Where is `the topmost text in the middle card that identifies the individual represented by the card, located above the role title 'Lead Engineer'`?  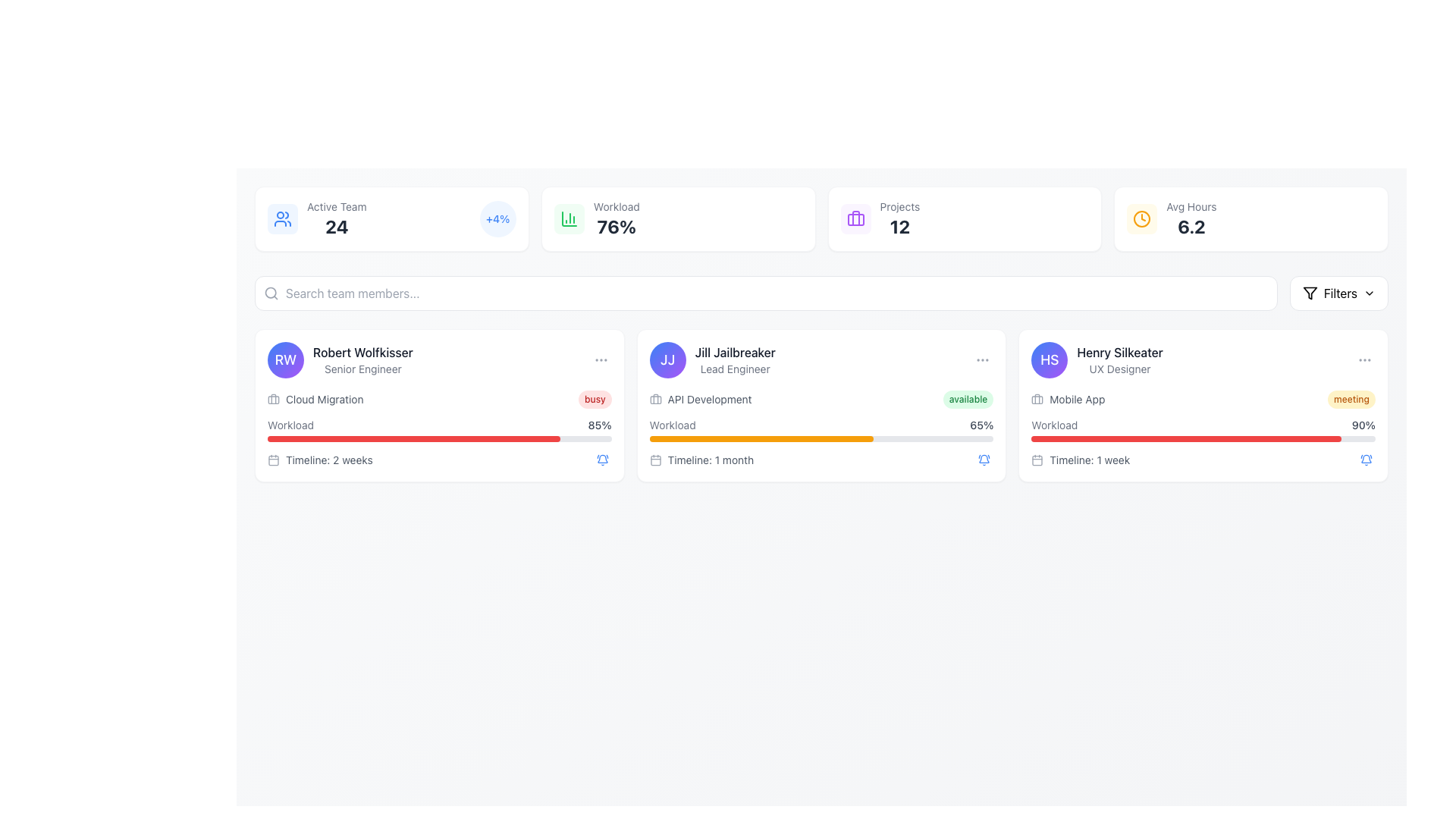 the topmost text in the middle card that identifies the individual represented by the card, located above the role title 'Lead Engineer' is located at coordinates (735, 353).